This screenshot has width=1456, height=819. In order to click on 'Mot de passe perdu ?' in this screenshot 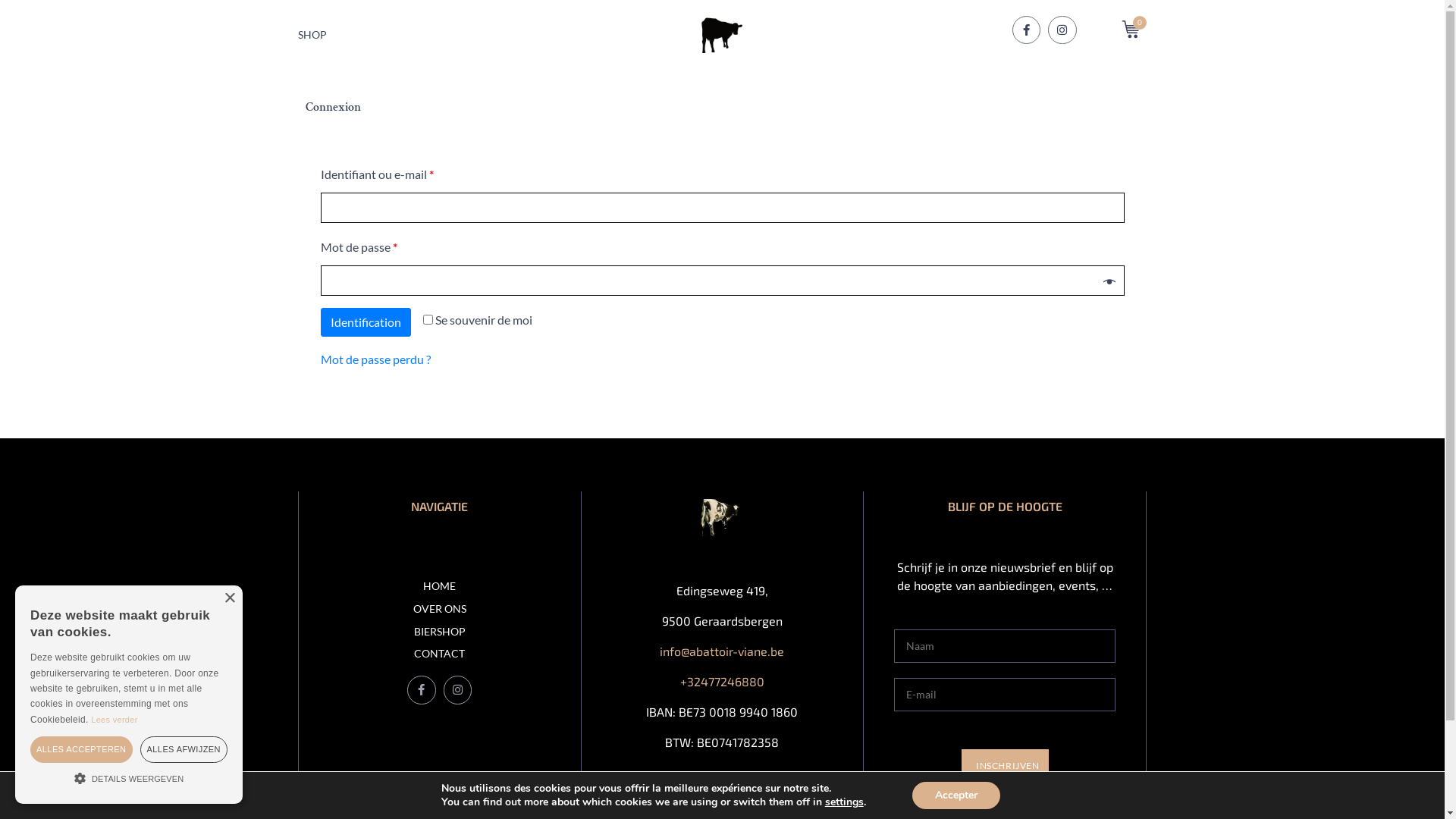, I will do `click(375, 359)`.